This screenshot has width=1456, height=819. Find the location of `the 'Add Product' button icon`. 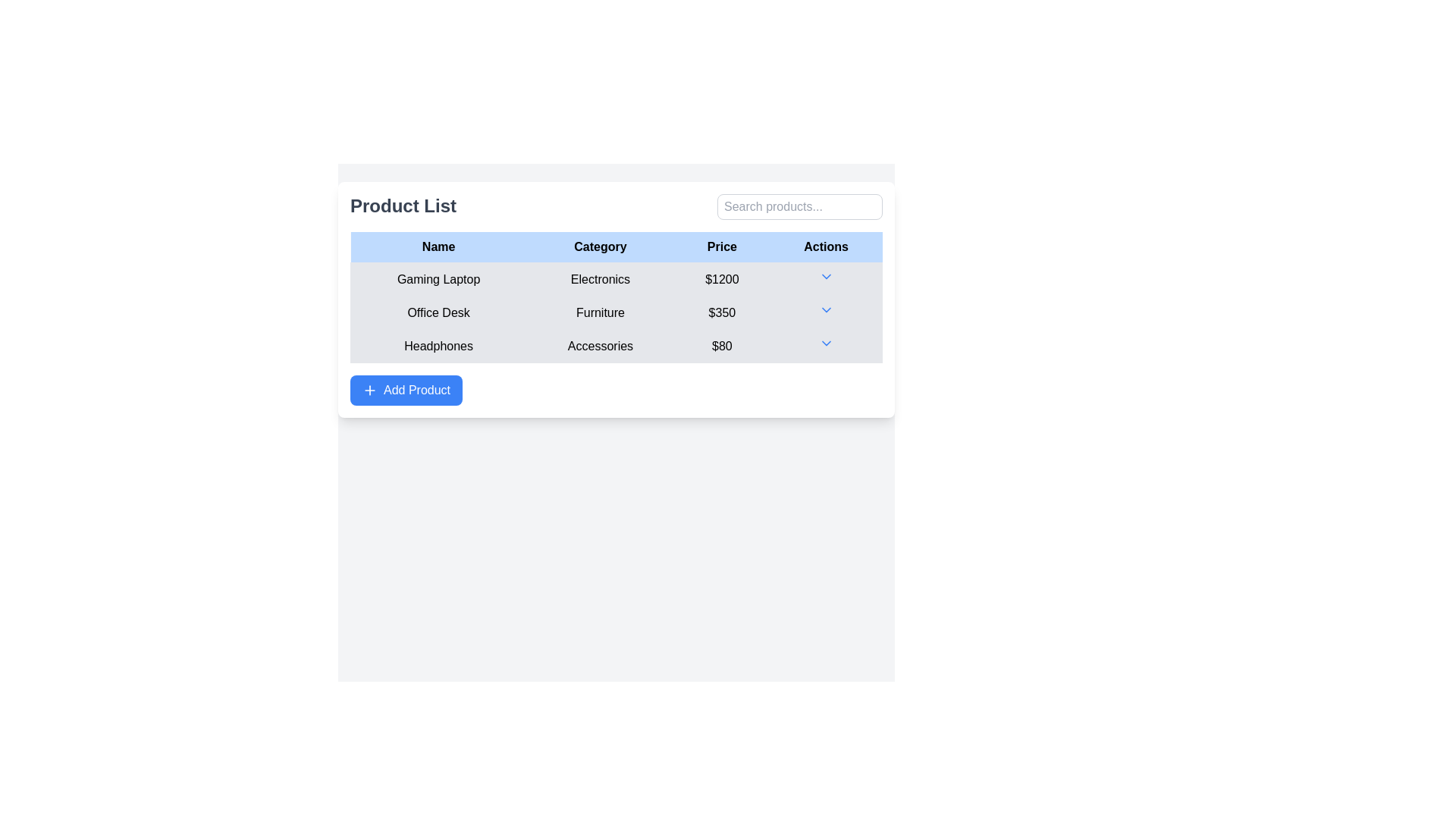

the 'Add Product' button icon is located at coordinates (370, 390).